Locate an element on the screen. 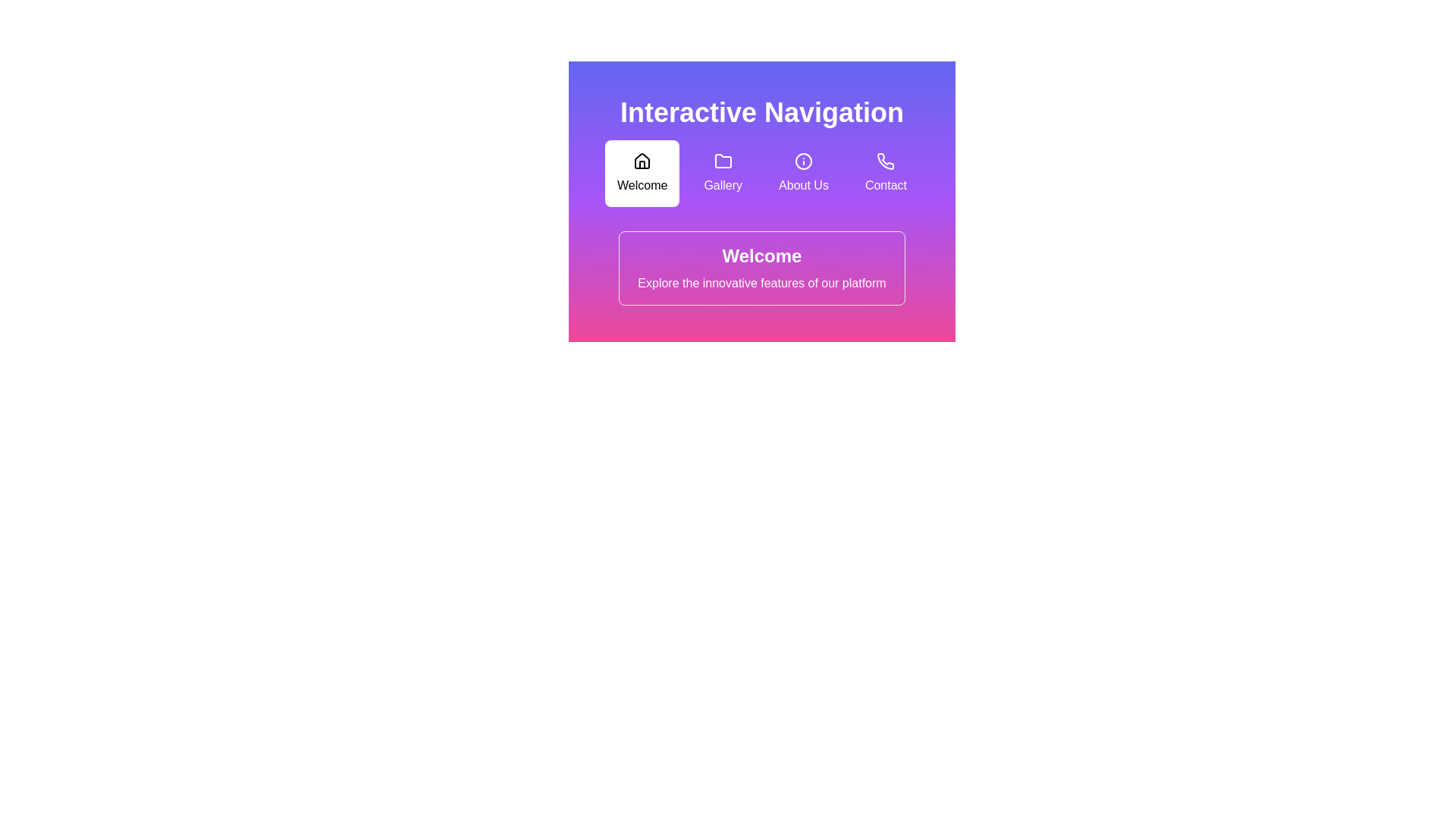 The width and height of the screenshot is (1456, 819). the navigation bar options ('Welcome', 'Gallery', 'About Us', 'Contact') in the Interactive Navigation component is located at coordinates (761, 201).